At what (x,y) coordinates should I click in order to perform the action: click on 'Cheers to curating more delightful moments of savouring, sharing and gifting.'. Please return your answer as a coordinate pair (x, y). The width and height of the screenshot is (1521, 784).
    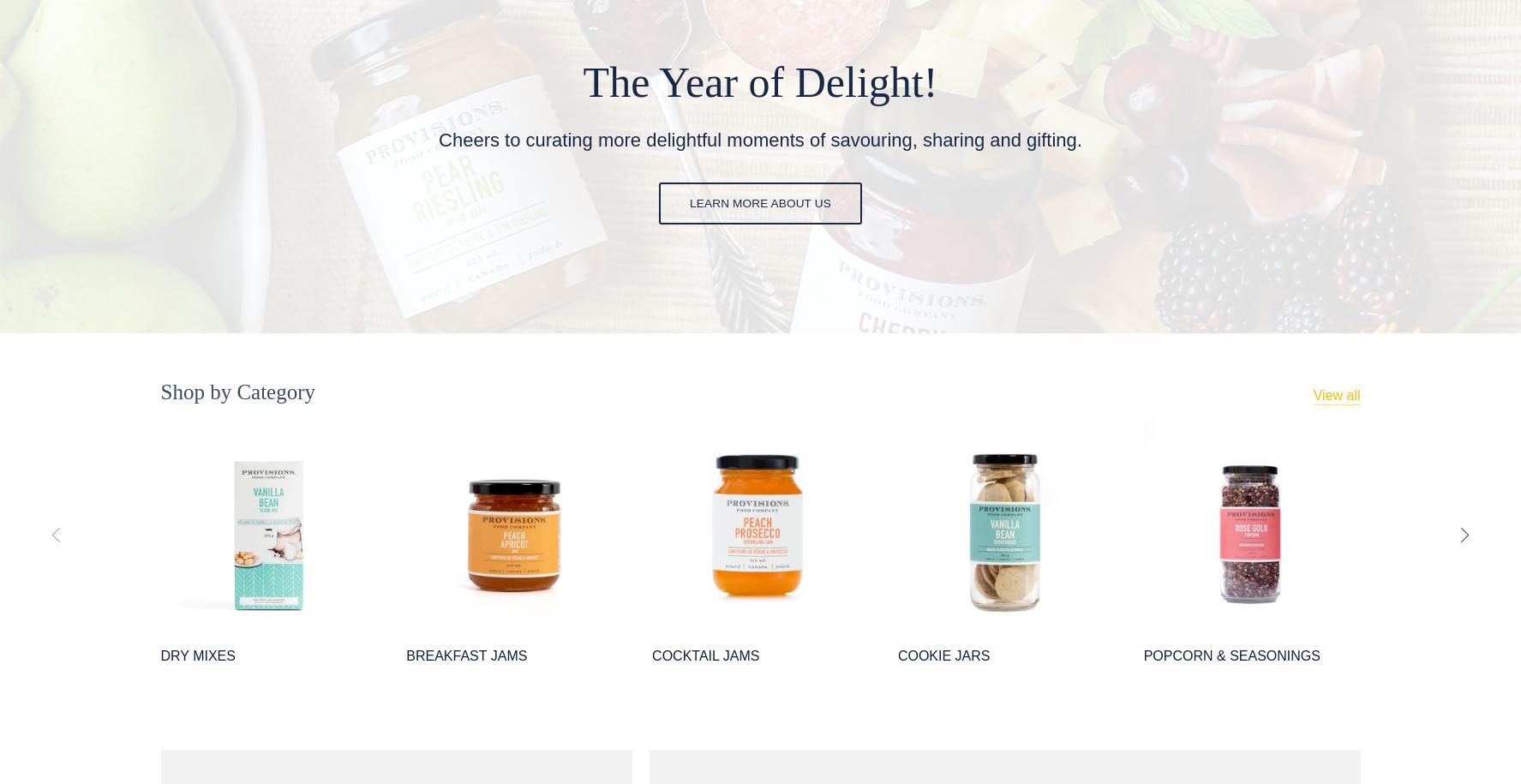
    Looking at the image, I should click on (758, 138).